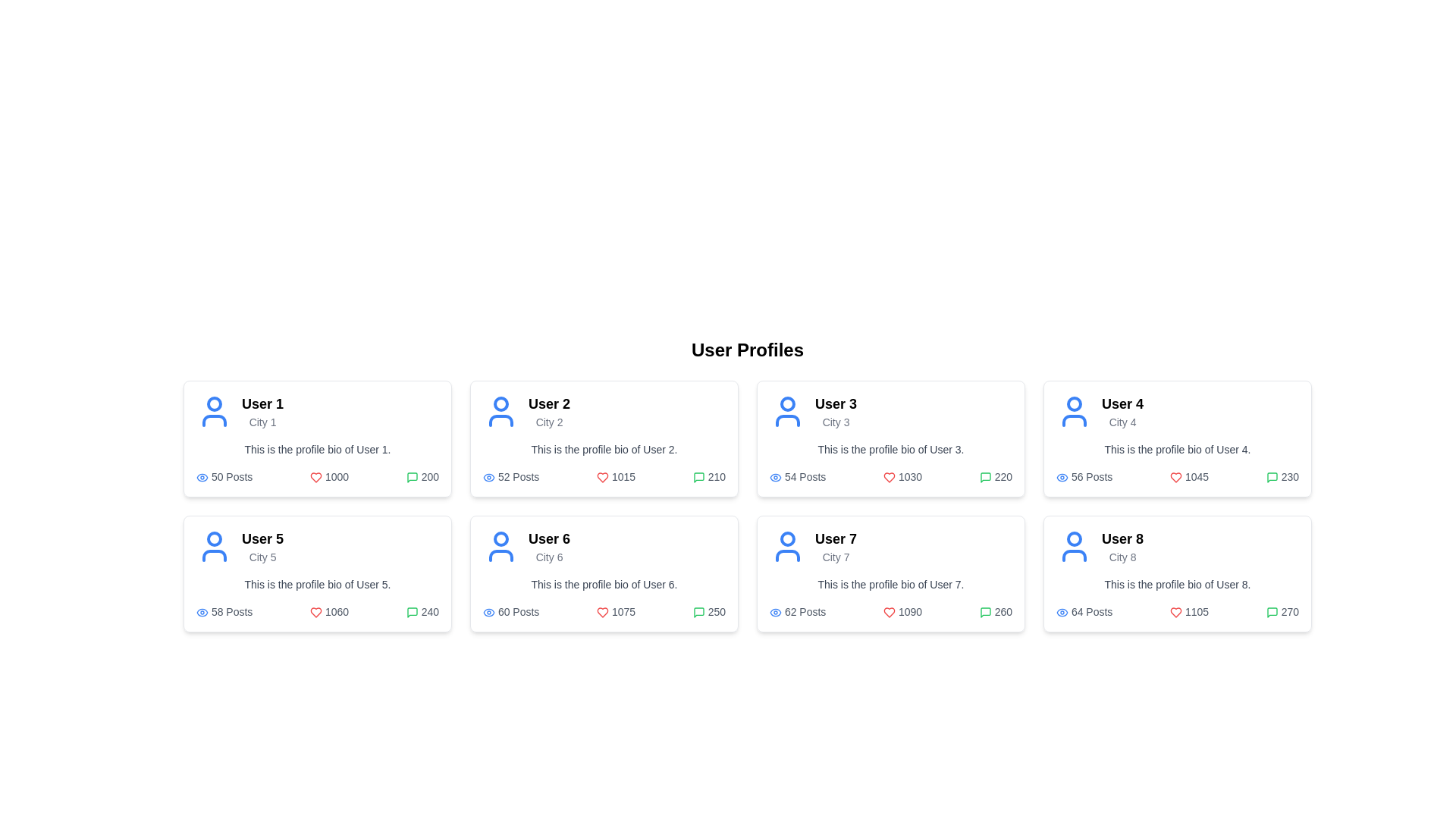  What do you see at coordinates (1122, 547) in the screenshot?
I see `the Text label that provides the name and city information of a user, located in the bottom-right corner of the last profile card, below the user avatar icon` at bounding box center [1122, 547].